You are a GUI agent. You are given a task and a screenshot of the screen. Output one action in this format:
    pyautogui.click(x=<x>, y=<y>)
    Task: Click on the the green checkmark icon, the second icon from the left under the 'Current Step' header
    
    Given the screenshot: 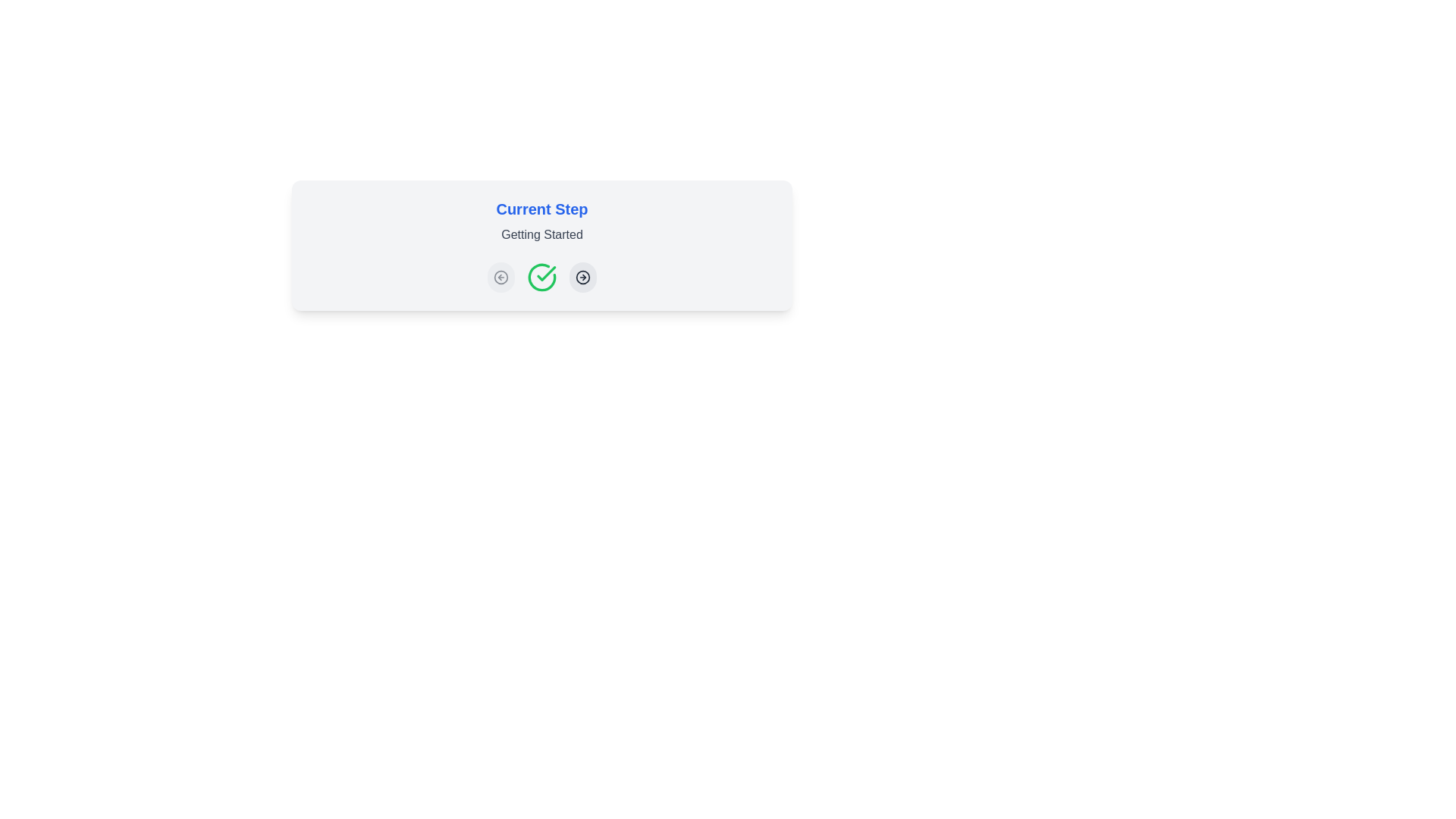 What is the action you would take?
    pyautogui.click(x=546, y=274)
    